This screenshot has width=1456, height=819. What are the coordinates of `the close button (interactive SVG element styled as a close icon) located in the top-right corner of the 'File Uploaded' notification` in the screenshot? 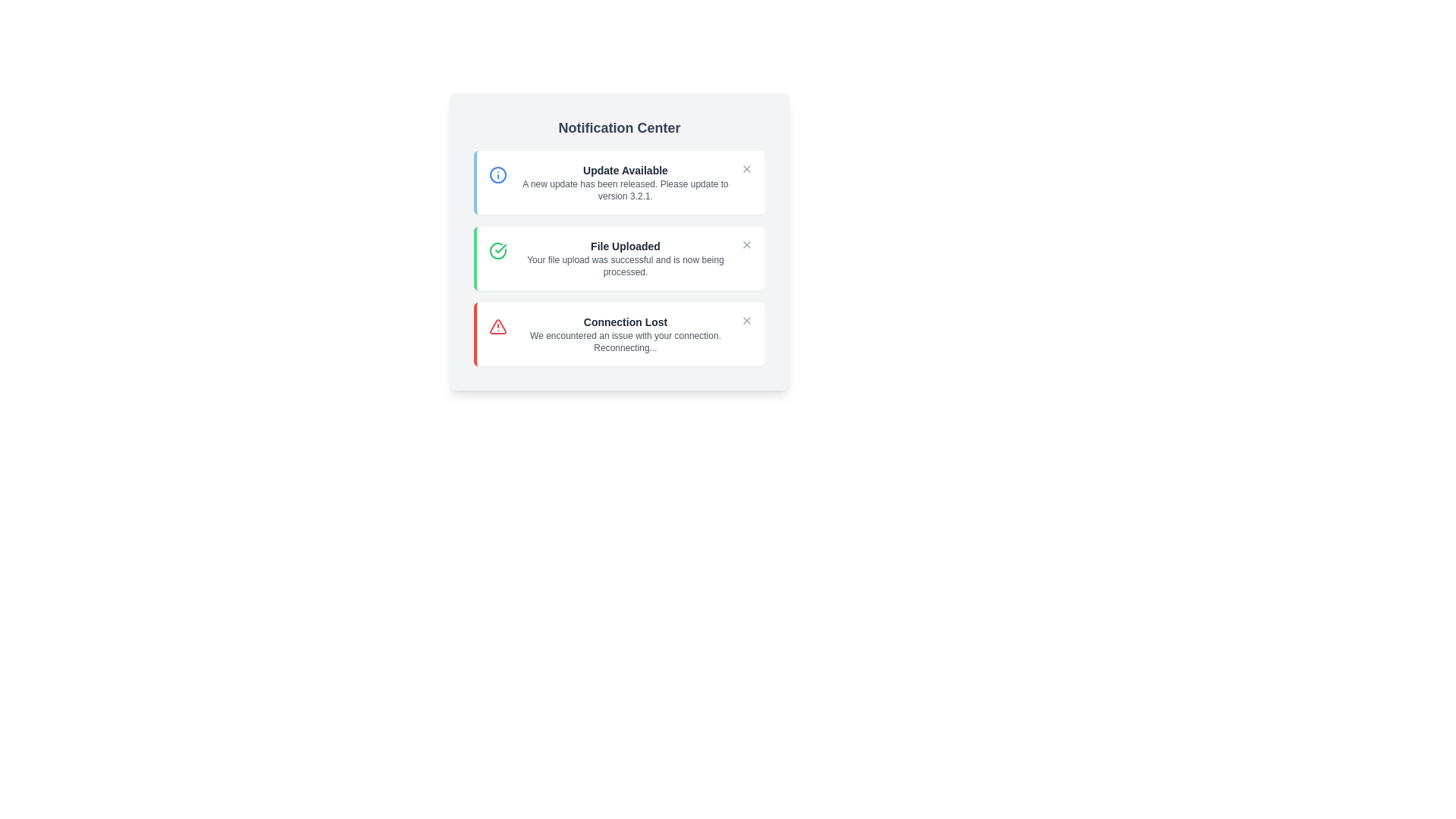 It's located at (746, 244).